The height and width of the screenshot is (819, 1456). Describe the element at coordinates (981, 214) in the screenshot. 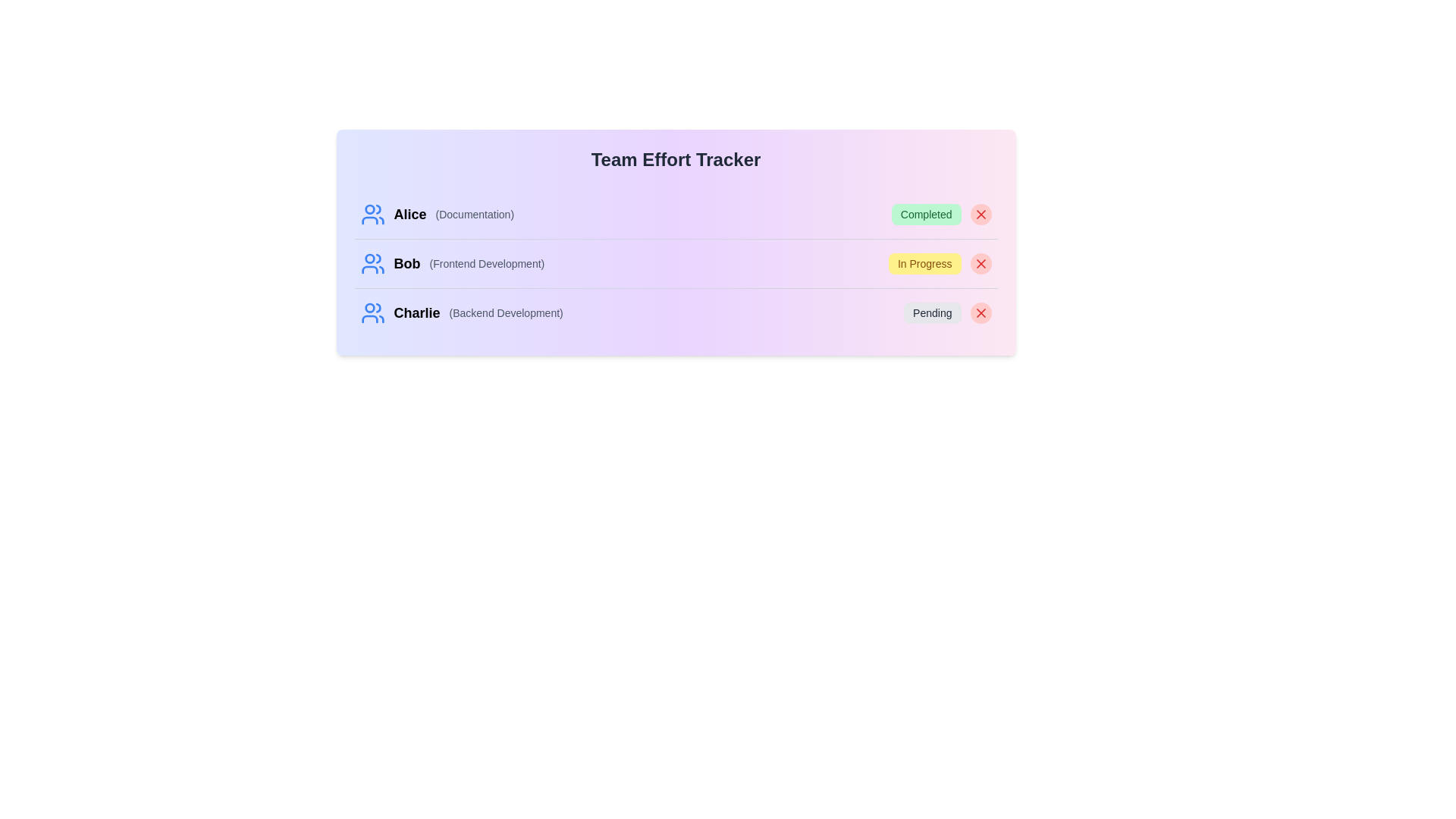

I see `'Remove Member' button for the team member Alice` at that location.